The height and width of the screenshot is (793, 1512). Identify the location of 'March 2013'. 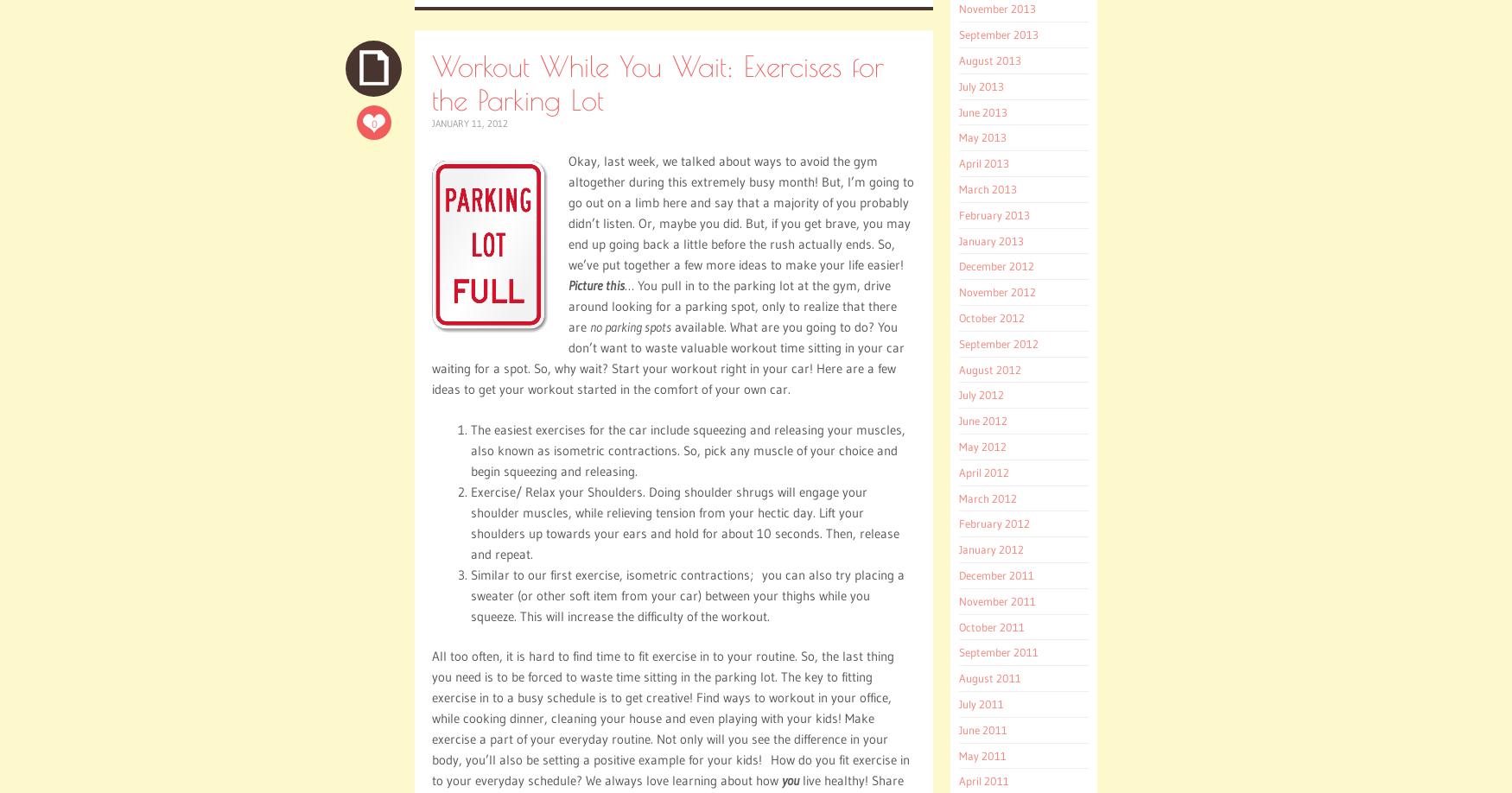
(959, 188).